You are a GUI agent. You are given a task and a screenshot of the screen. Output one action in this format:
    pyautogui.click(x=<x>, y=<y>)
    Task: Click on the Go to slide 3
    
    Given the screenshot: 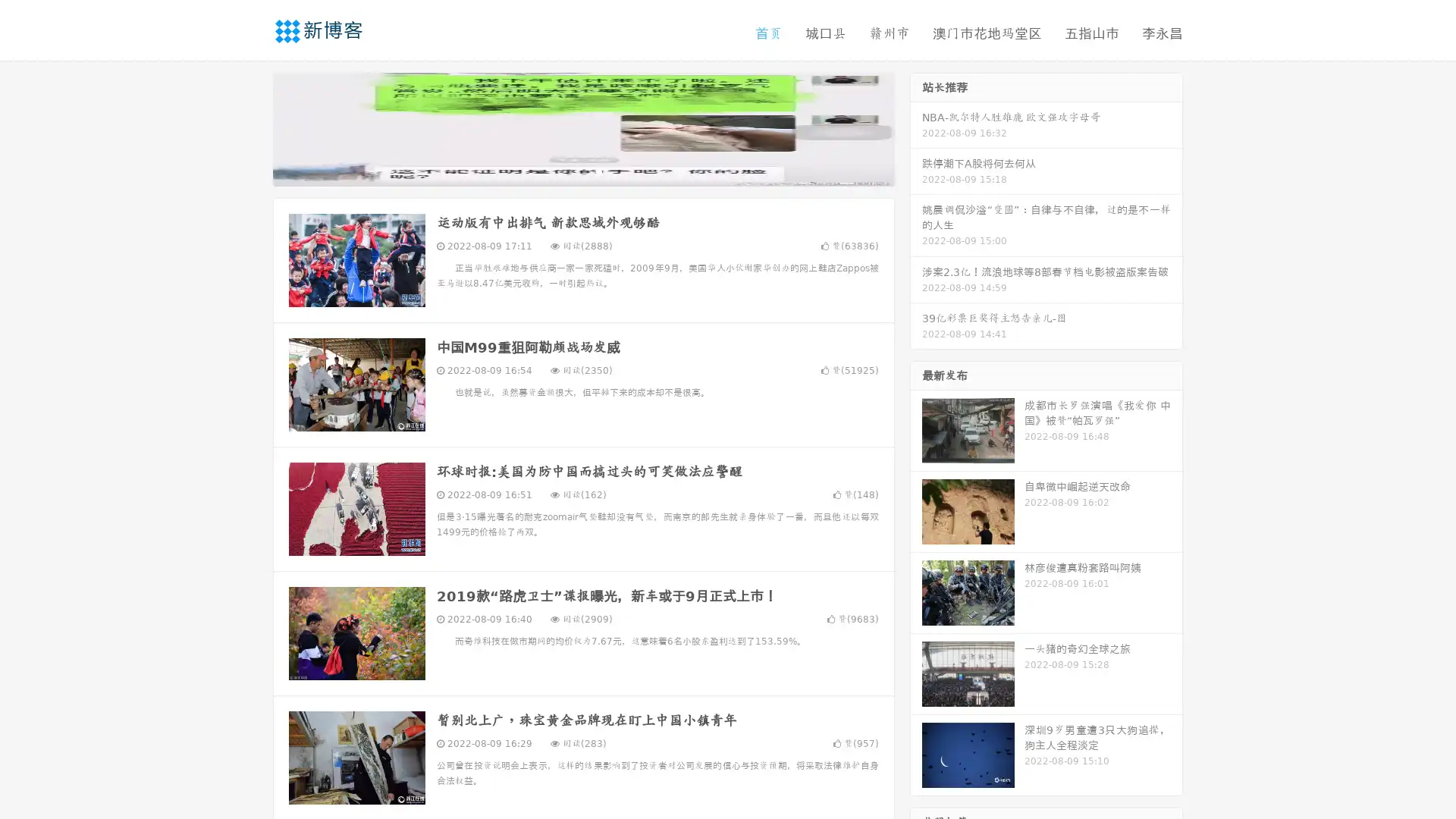 What is the action you would take?
    pyautogui.click(x=598, y=171)
    